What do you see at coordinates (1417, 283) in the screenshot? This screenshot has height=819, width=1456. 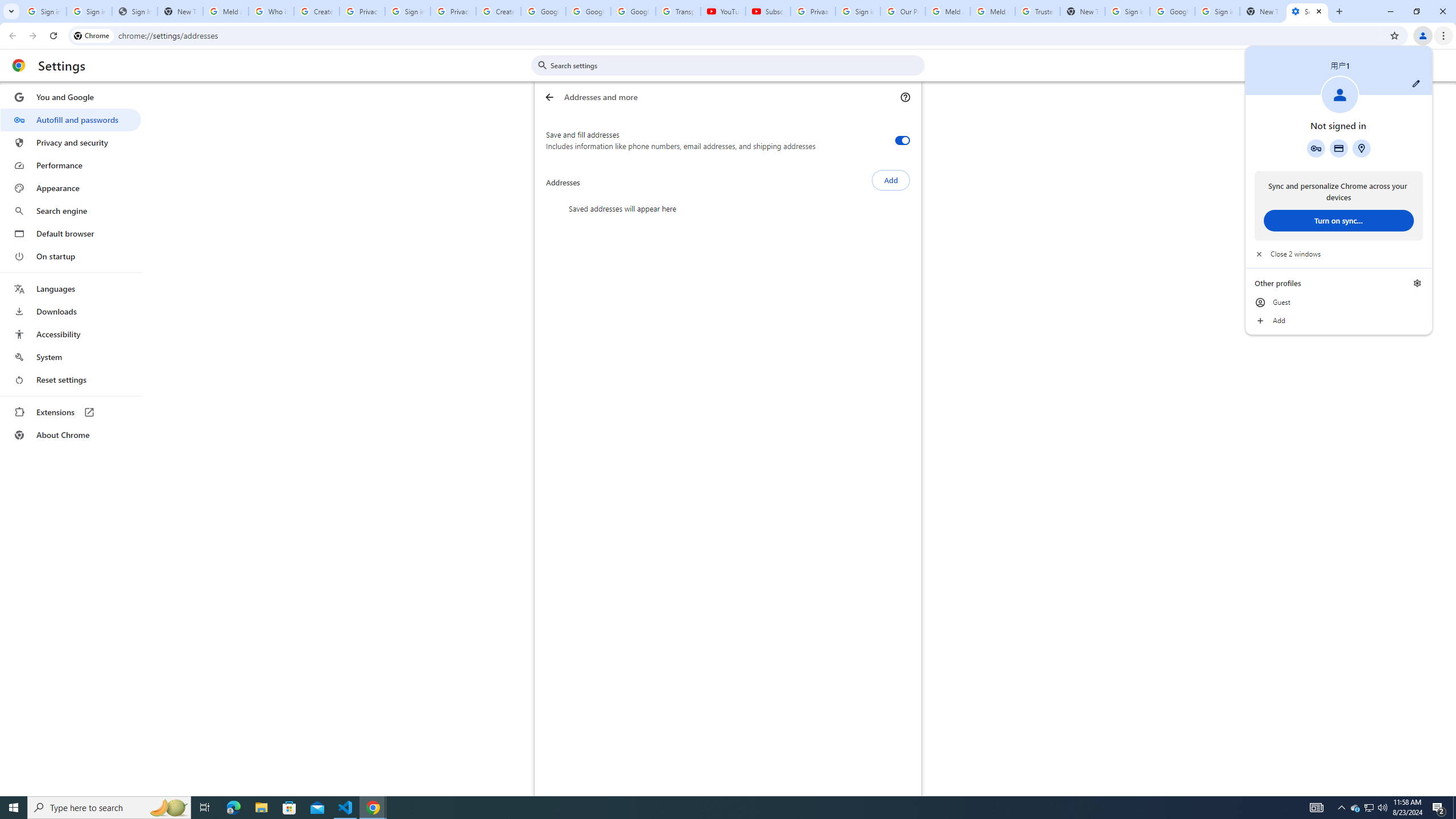 I see `'Manage profiles'` at bounding box center [1417, 283].